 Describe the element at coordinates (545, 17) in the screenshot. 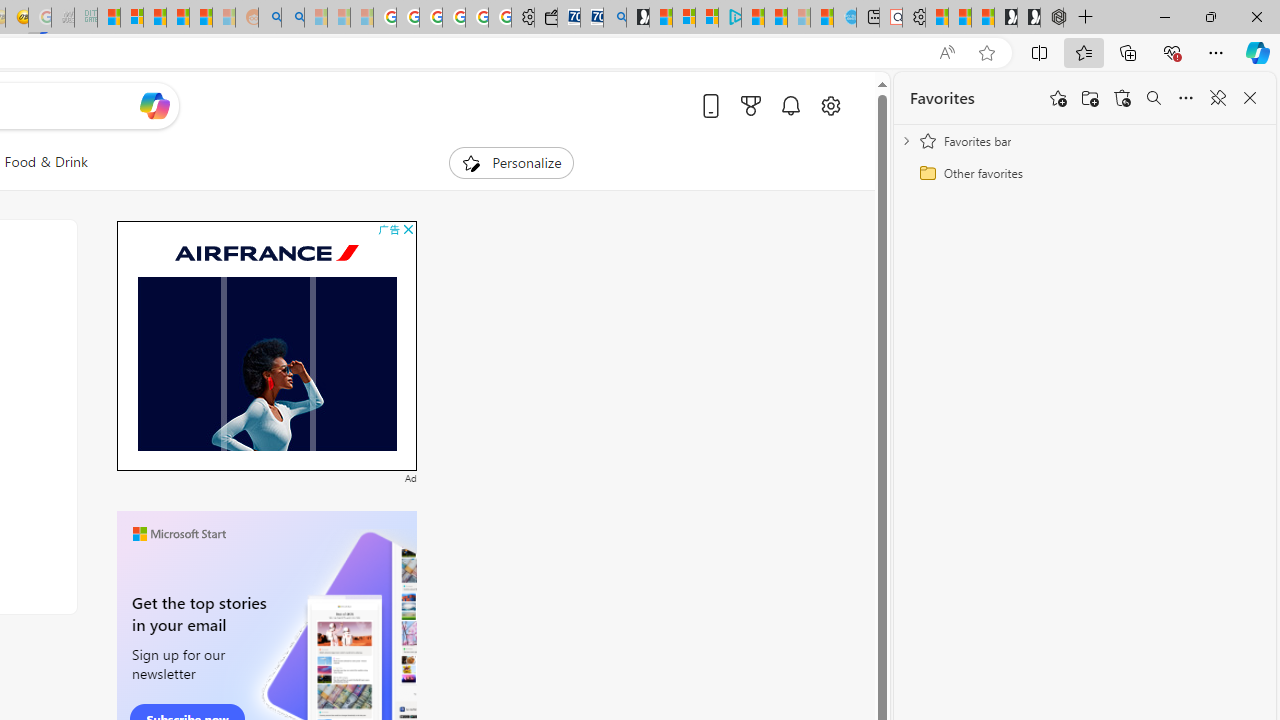

I see `'Wallet'` at that location.